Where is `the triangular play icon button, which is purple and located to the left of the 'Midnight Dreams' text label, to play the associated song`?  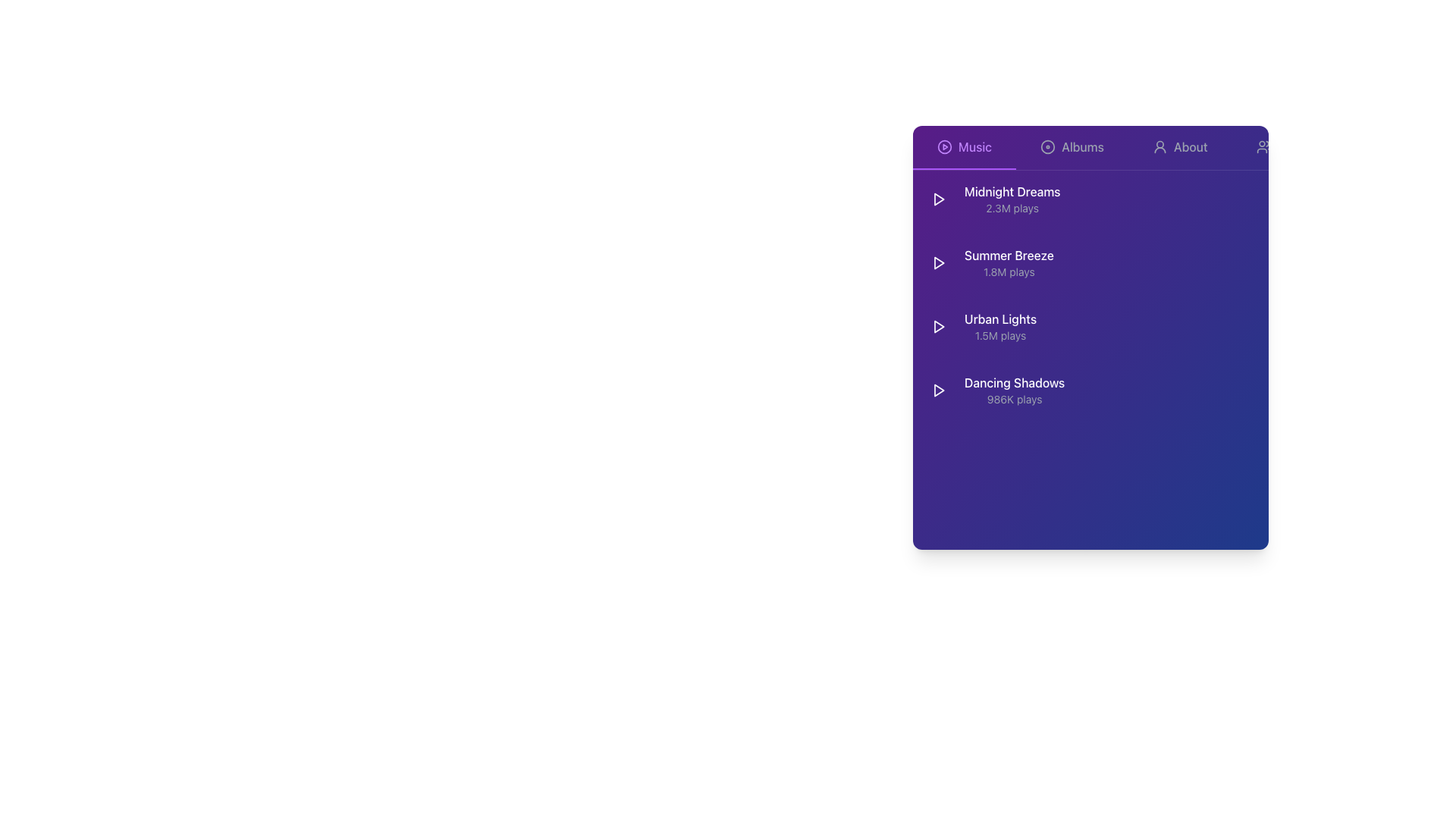 the triangular play icon button, which is purple and located to the left of the 'Midnight Dreams' text label, to play the associated song is located at coordinates (938, 198).